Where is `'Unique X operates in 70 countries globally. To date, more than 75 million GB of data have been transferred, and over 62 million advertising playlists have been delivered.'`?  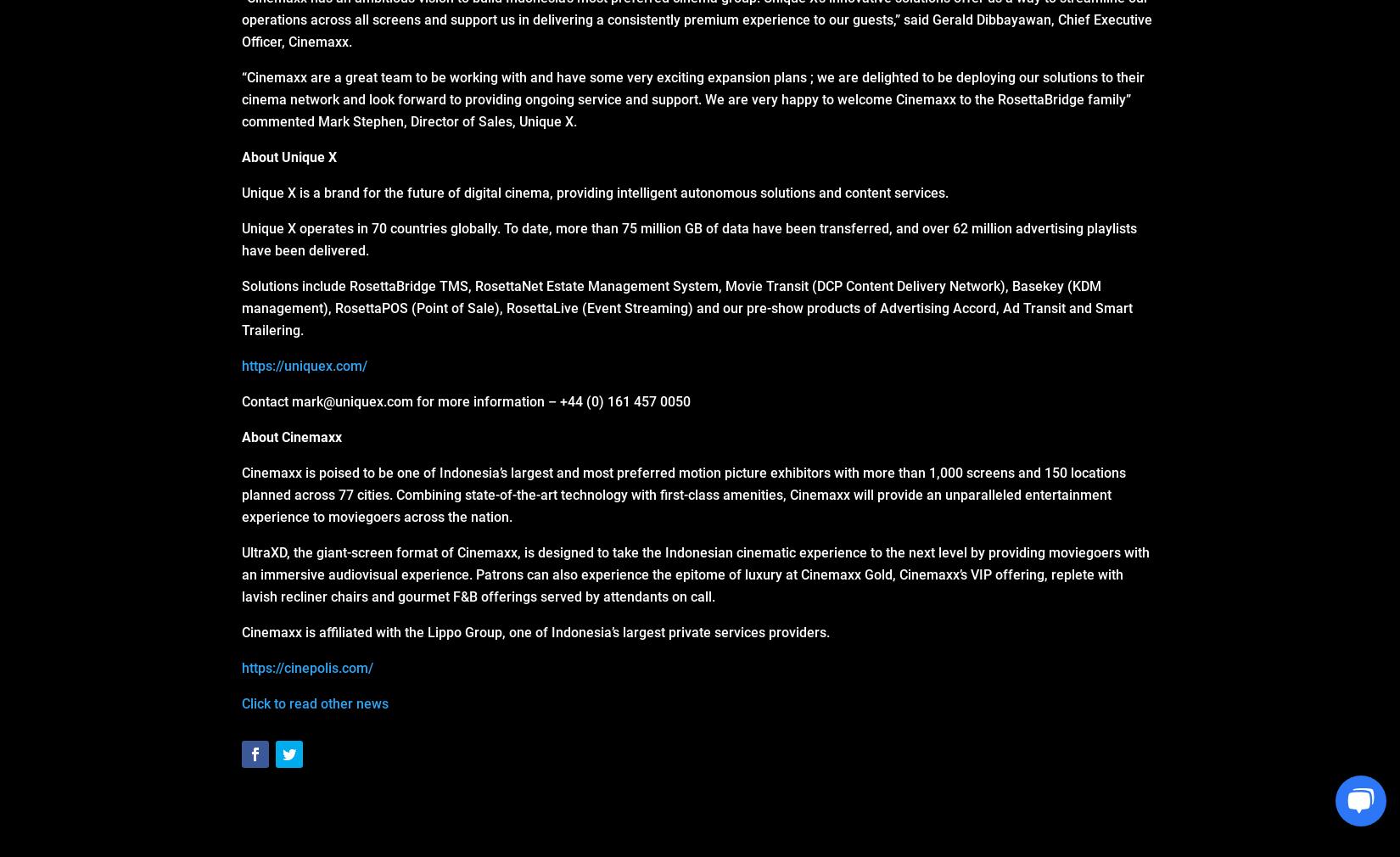
'Unique X operates in 70 countries globally. To date, more than 75 million GB of data have been transferred, and over 62 million advertising playlists have been delivered.' is located at coordinates (688, 239).